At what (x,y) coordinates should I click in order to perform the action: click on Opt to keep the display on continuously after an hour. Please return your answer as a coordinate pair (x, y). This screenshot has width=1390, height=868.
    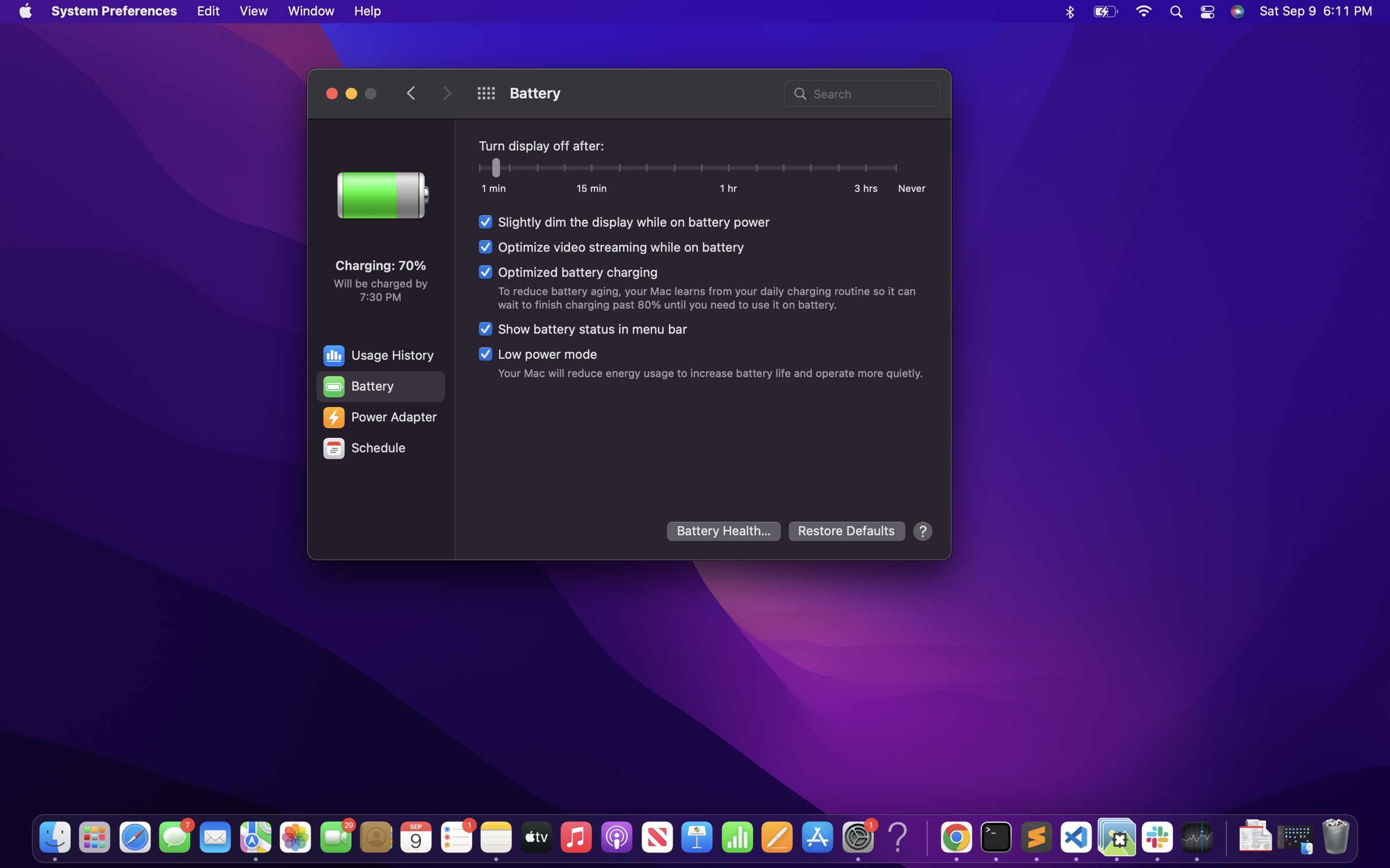
    Looking at the image, I should click on (729, 169).